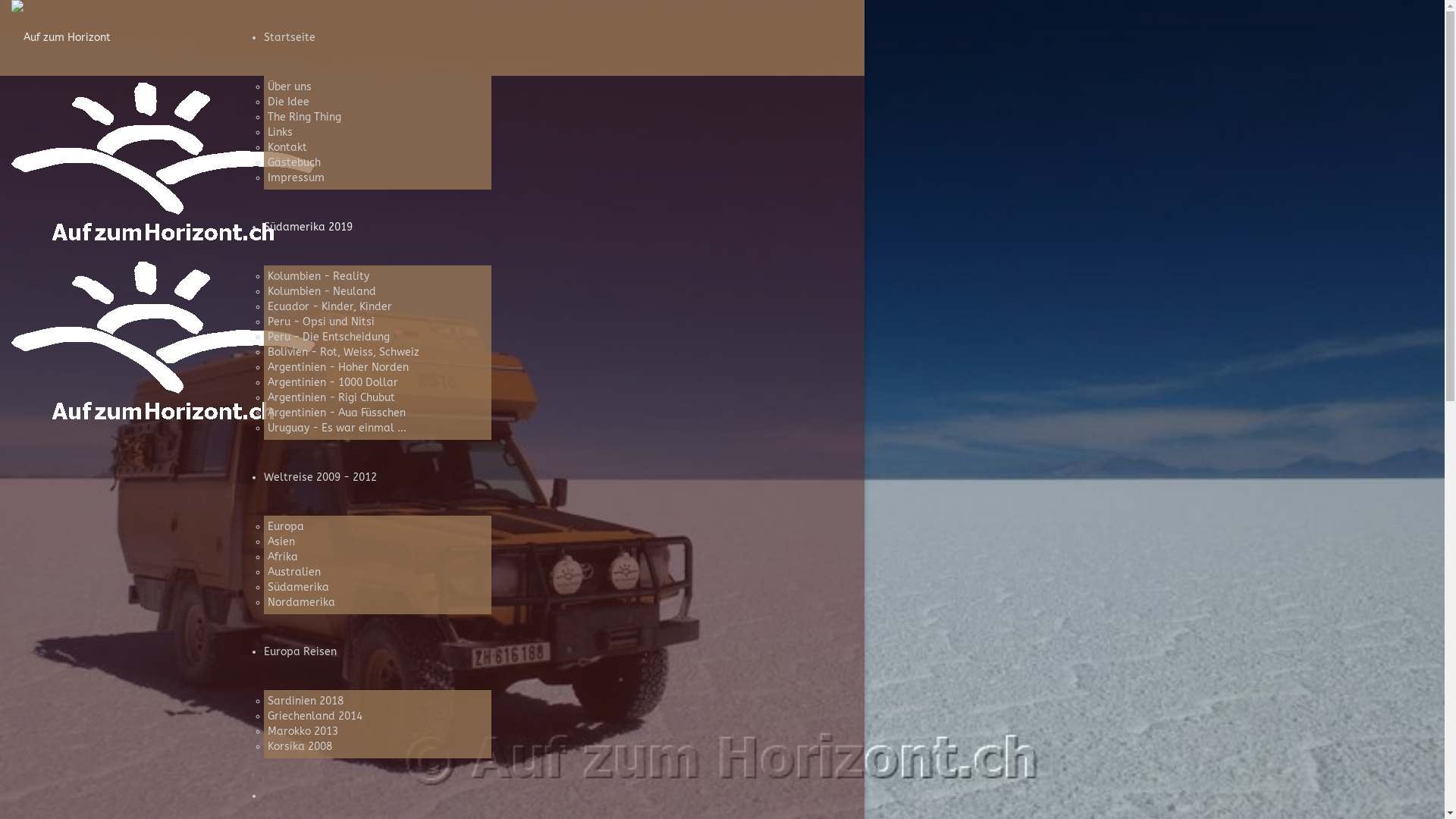 The width and height of the screenshot is (1456, 819). What do you see at coordinates (287, 102) in the screenshot?
I see `'Die Idee'` at bounding box center [287, 102].